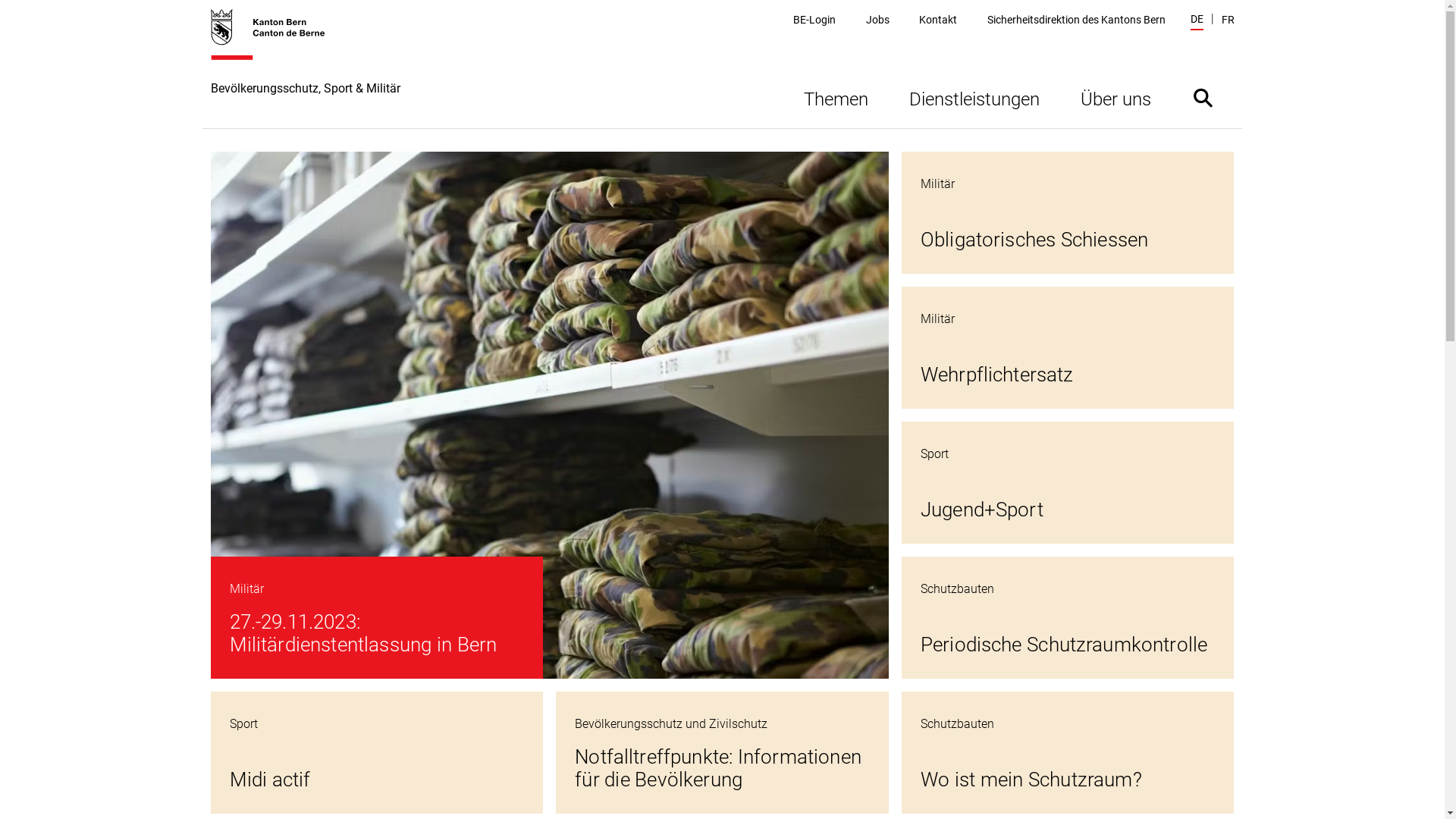  I want to click on 'Kontakt', so click(918, 20).